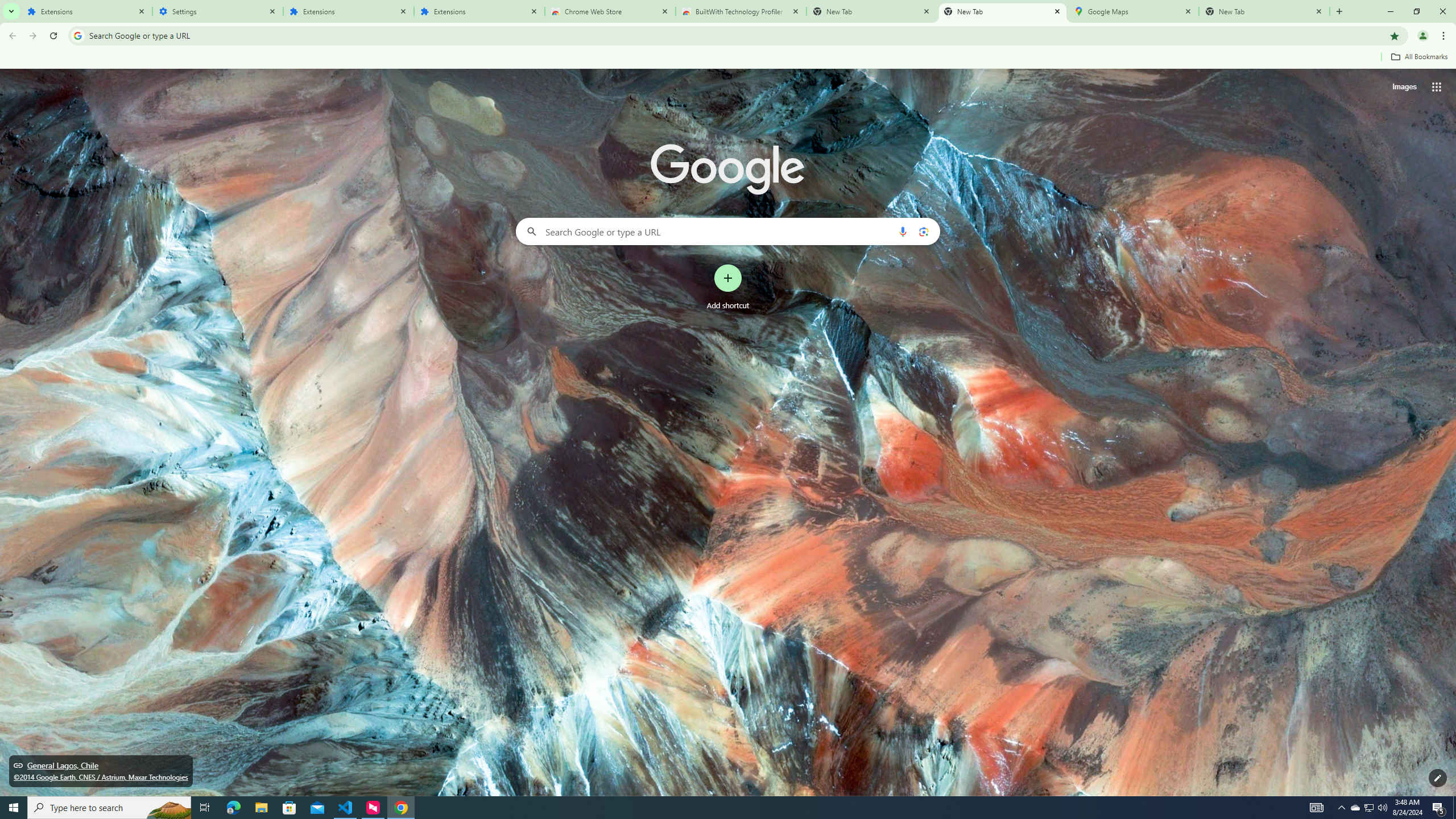  I want to click on 'Google Maps', so click(1133, 11).